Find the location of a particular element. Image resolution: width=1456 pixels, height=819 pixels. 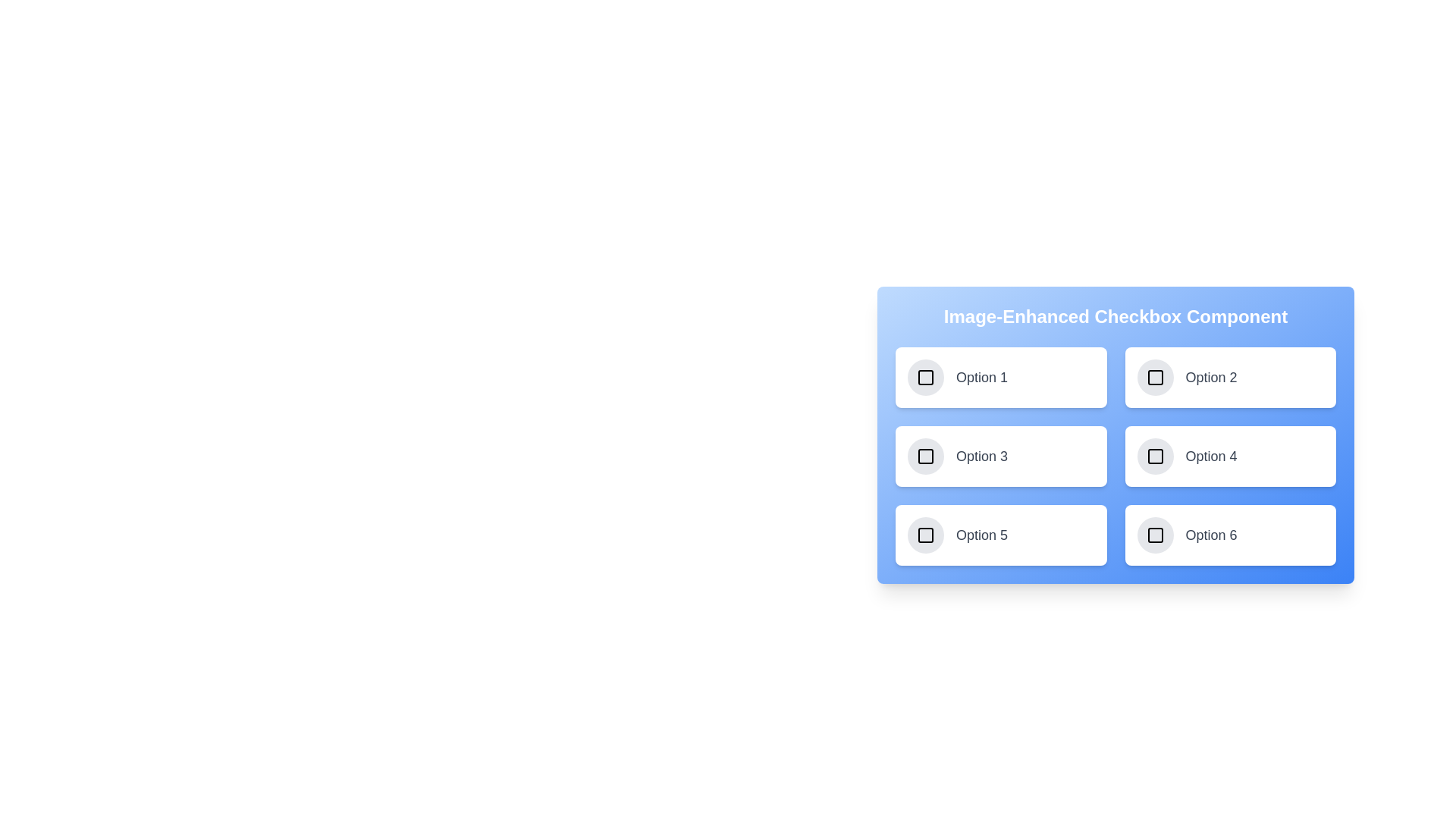

the checkbox corresponding to 3 is located at coordinates (924, 455).